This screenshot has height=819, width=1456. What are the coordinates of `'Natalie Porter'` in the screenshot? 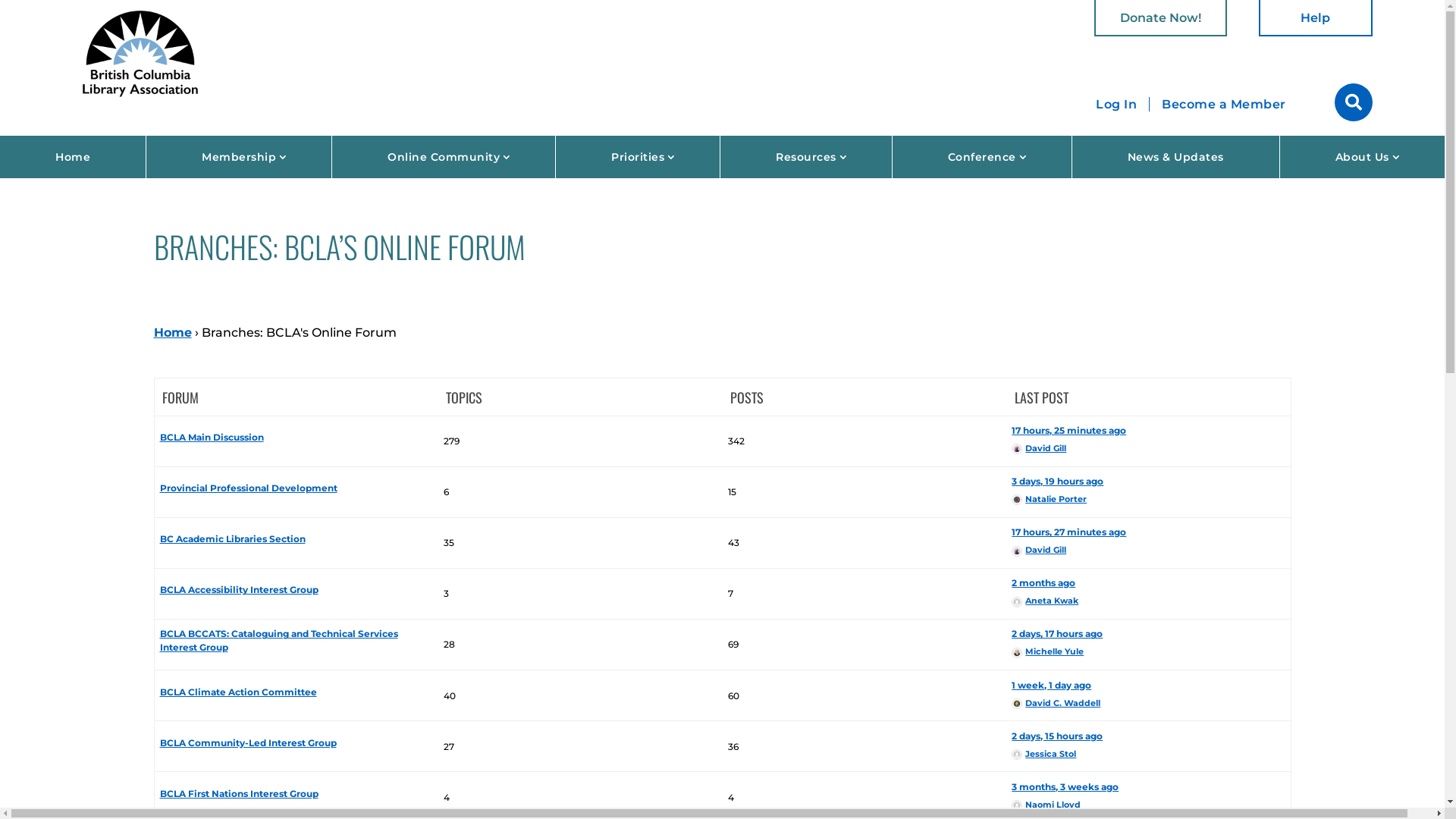 It's located at (1012, 499).